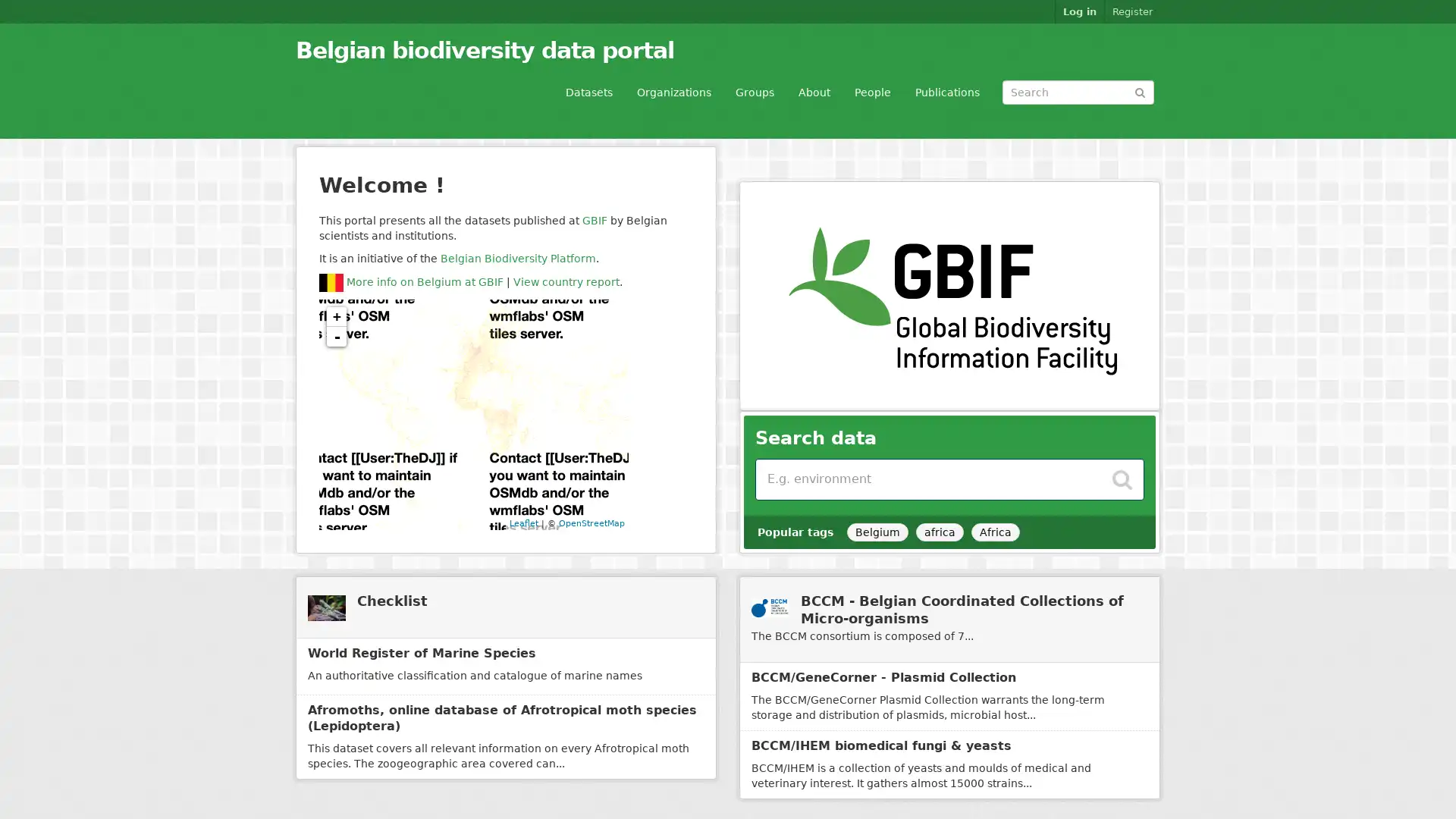 The height and width of the screenshot is (819, 1456). I want to click on Search, so click(1122, 475).